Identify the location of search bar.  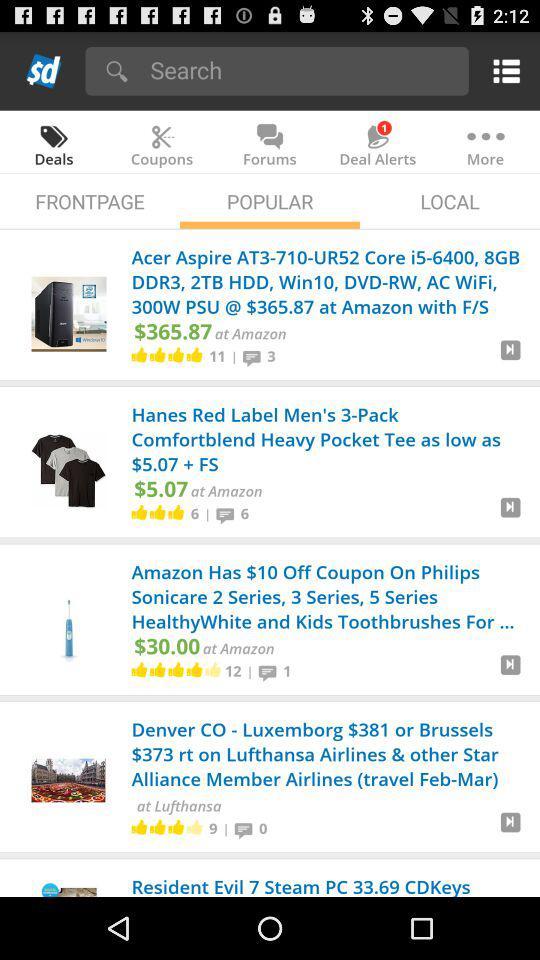
(302, 69).